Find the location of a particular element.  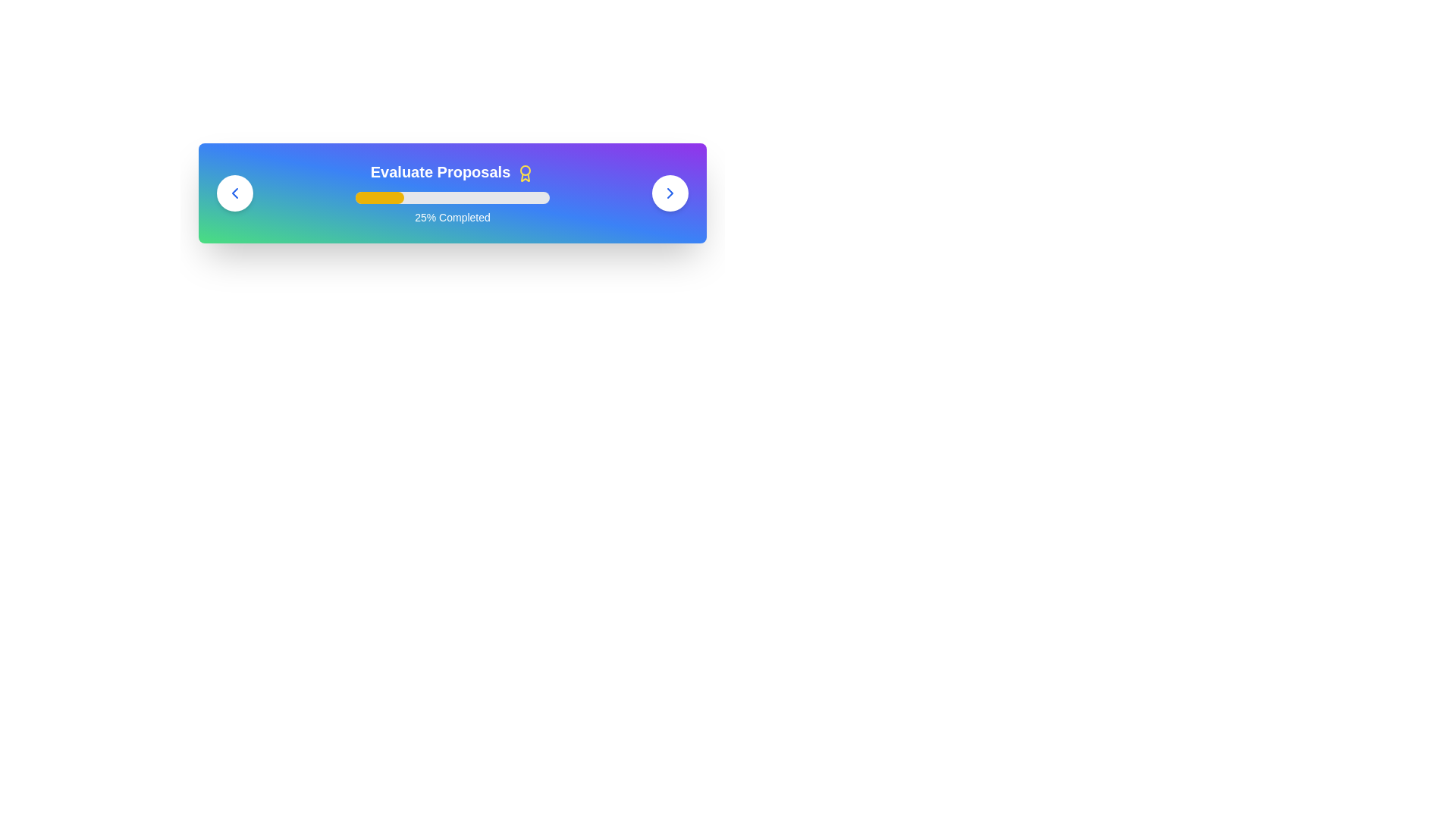

the left-pointing arrowhead-shaped SVG icon within the graphical circle is located at coordinates (234, 192).